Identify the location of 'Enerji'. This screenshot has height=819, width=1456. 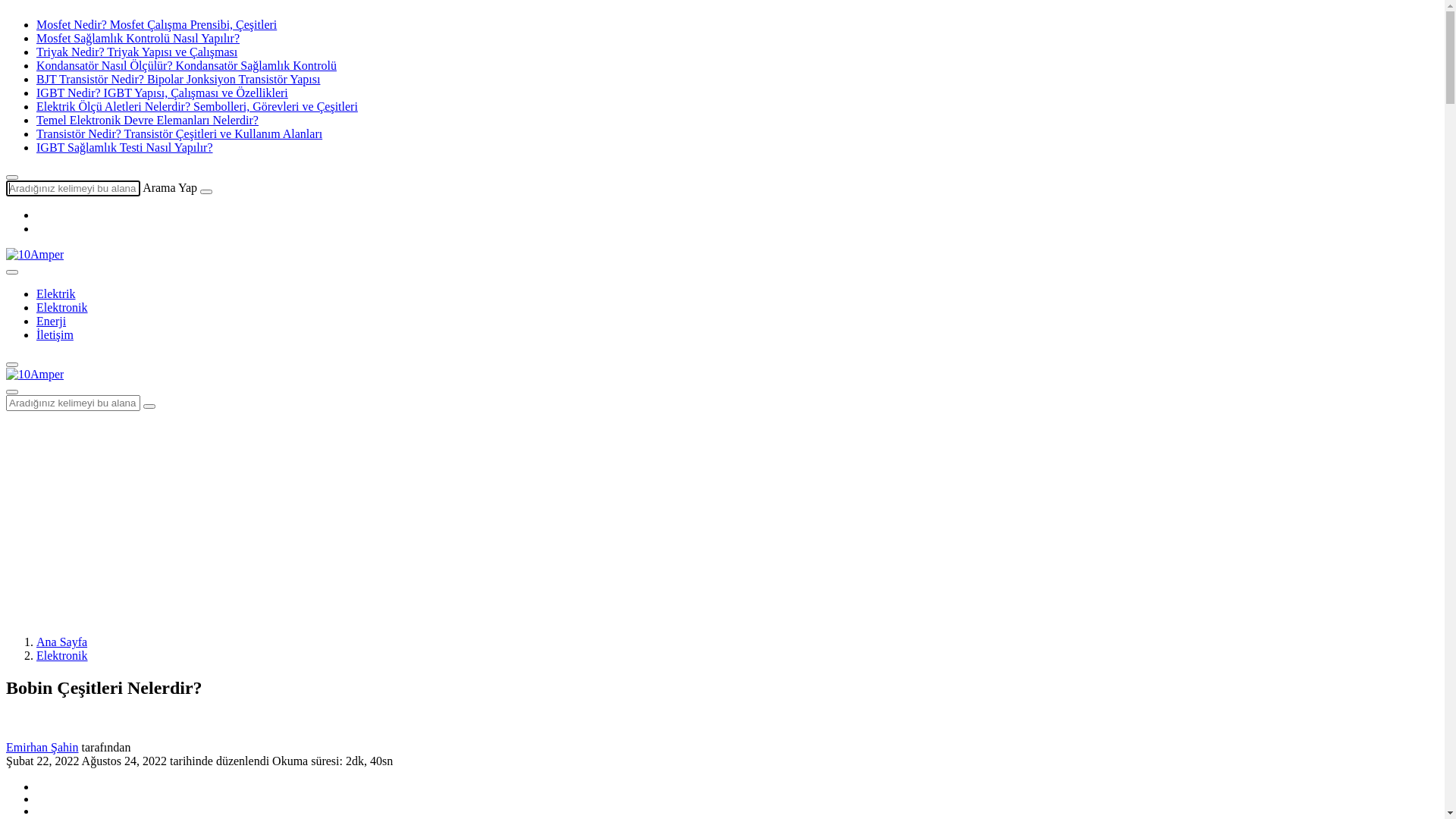
(51, 320).